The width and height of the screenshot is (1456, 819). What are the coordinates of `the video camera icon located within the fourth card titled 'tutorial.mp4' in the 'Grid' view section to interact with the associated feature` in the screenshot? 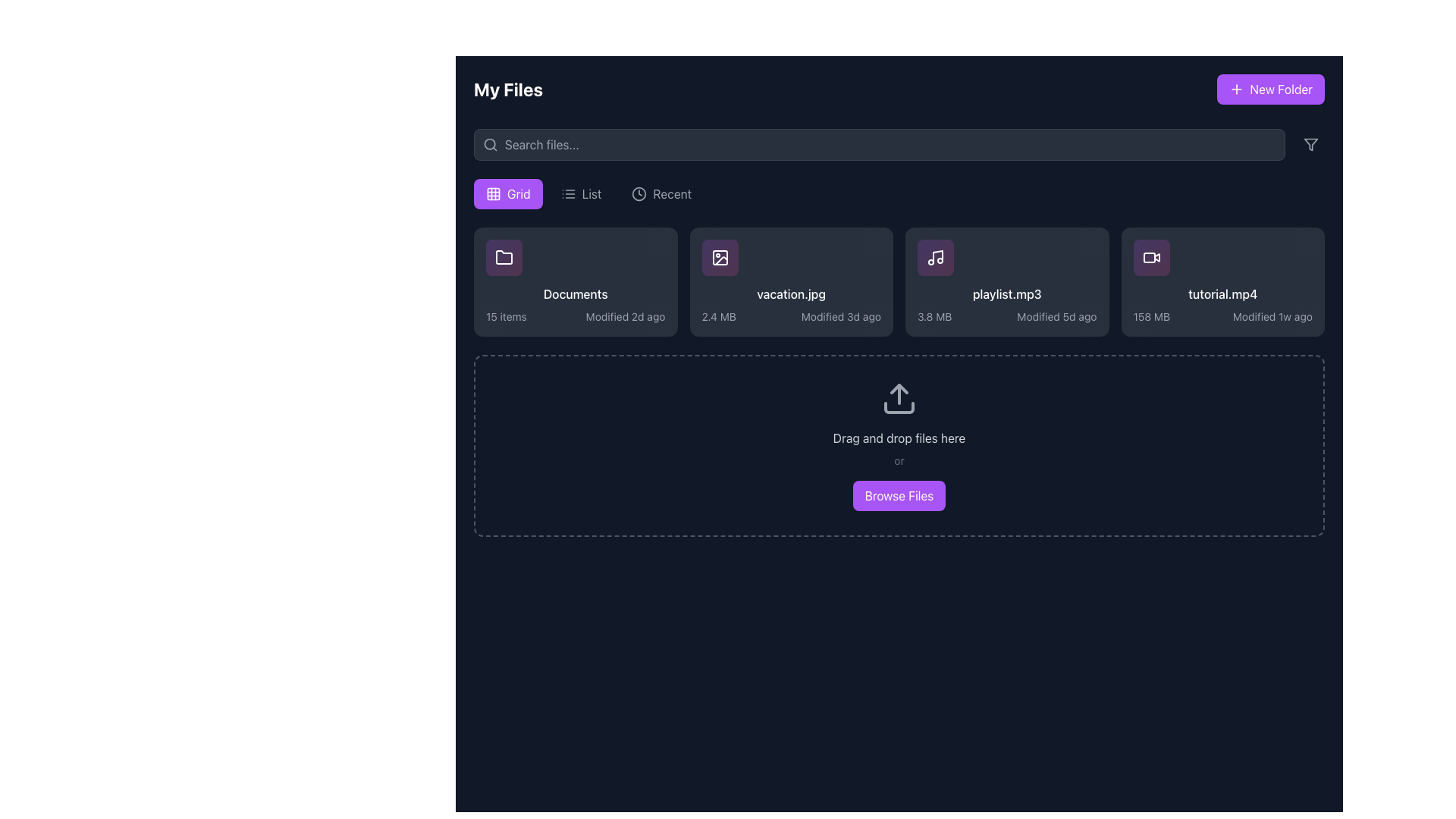 It's located at (1151, 256).